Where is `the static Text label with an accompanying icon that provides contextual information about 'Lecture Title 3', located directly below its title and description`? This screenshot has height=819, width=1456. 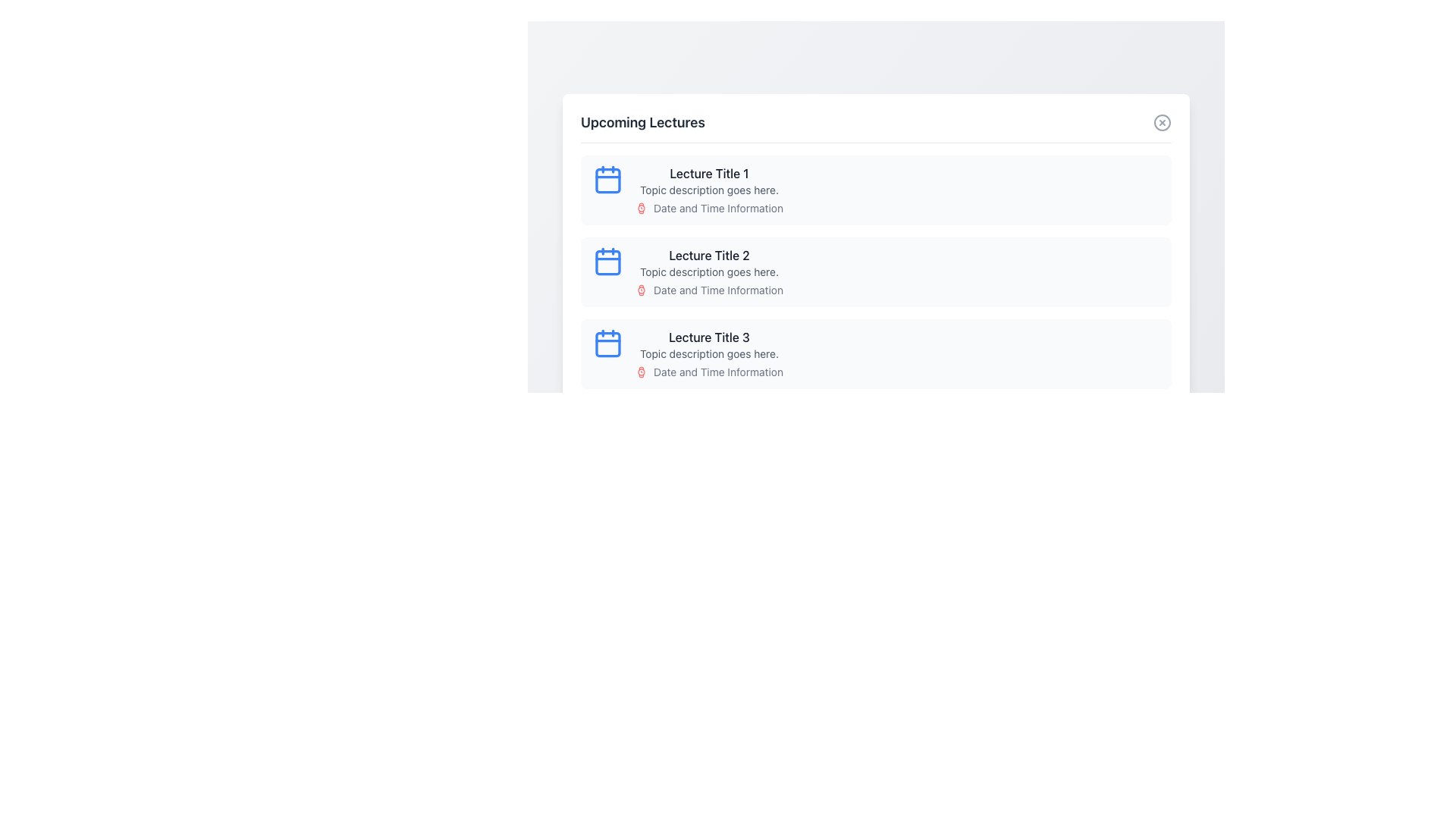 the static Text label with an accompanying icon that provides contextual information about 'Lecture Title 3', located directly below its title and description is located at coordinates (708, 372).